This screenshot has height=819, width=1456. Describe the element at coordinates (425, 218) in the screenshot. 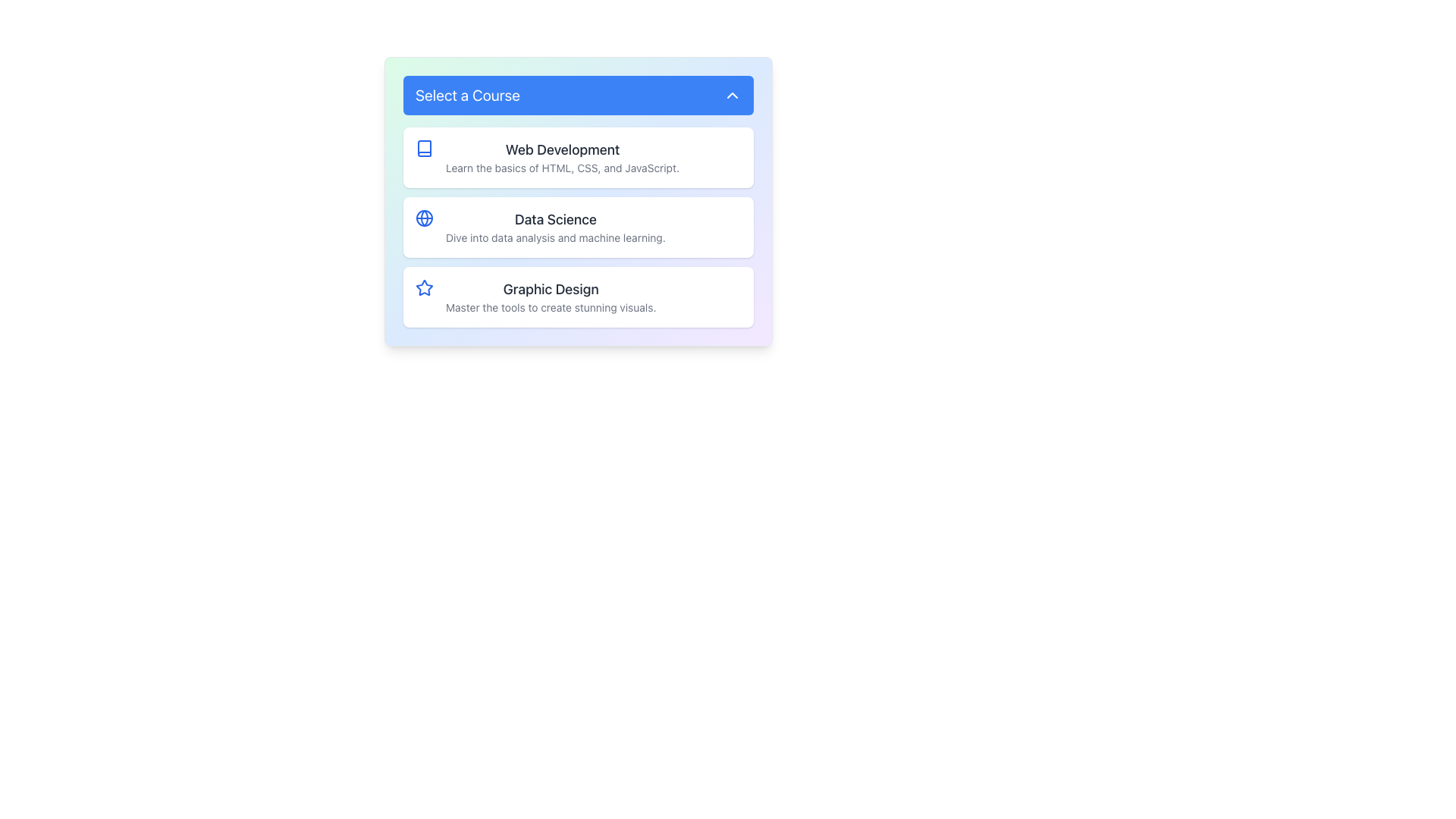

I see `the SVG Circle in the top-left corner of the 'Data Science' course selection menu` at that location.